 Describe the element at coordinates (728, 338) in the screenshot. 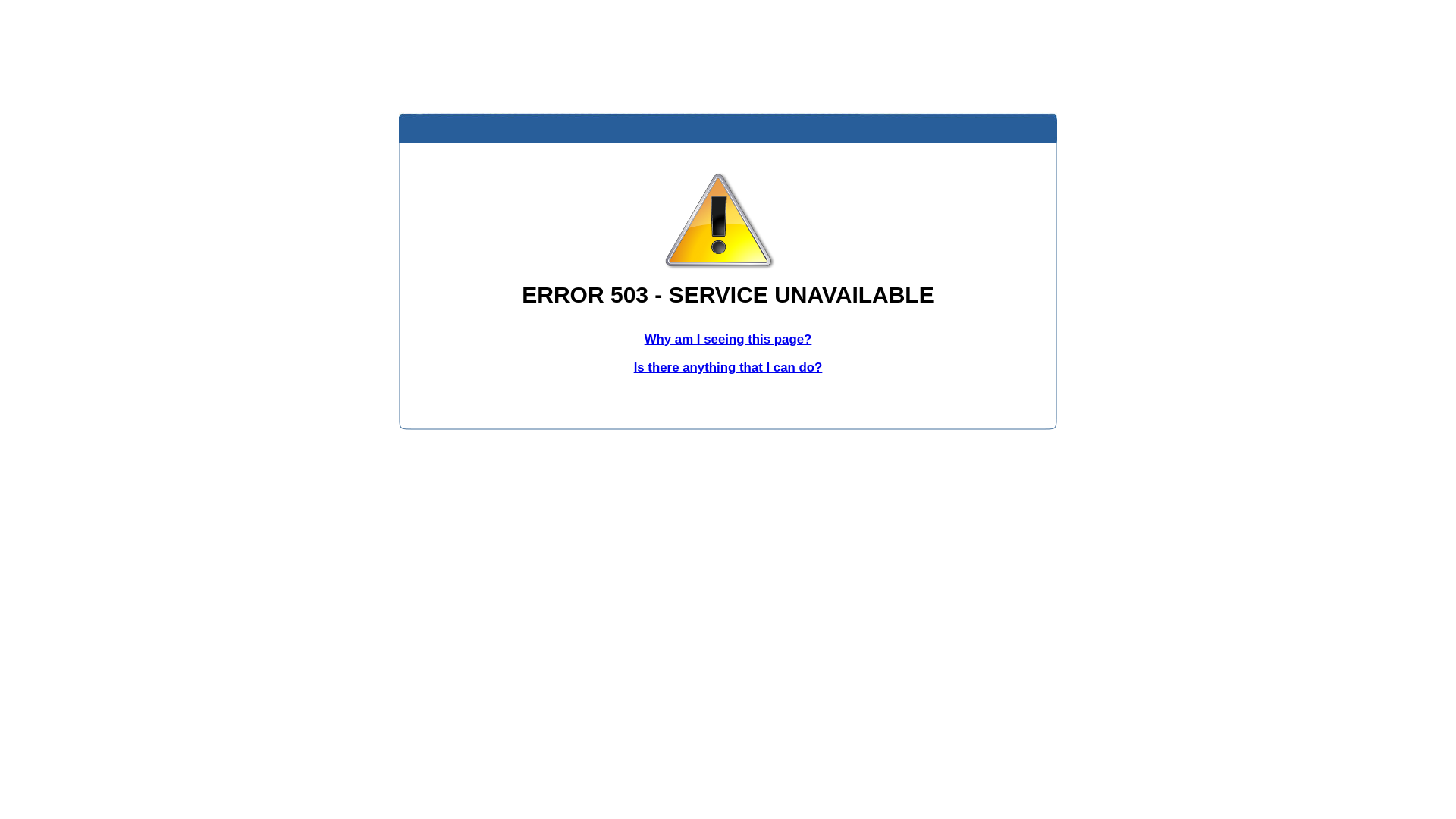

I see `'Why am I seeing this page?'` at that location.